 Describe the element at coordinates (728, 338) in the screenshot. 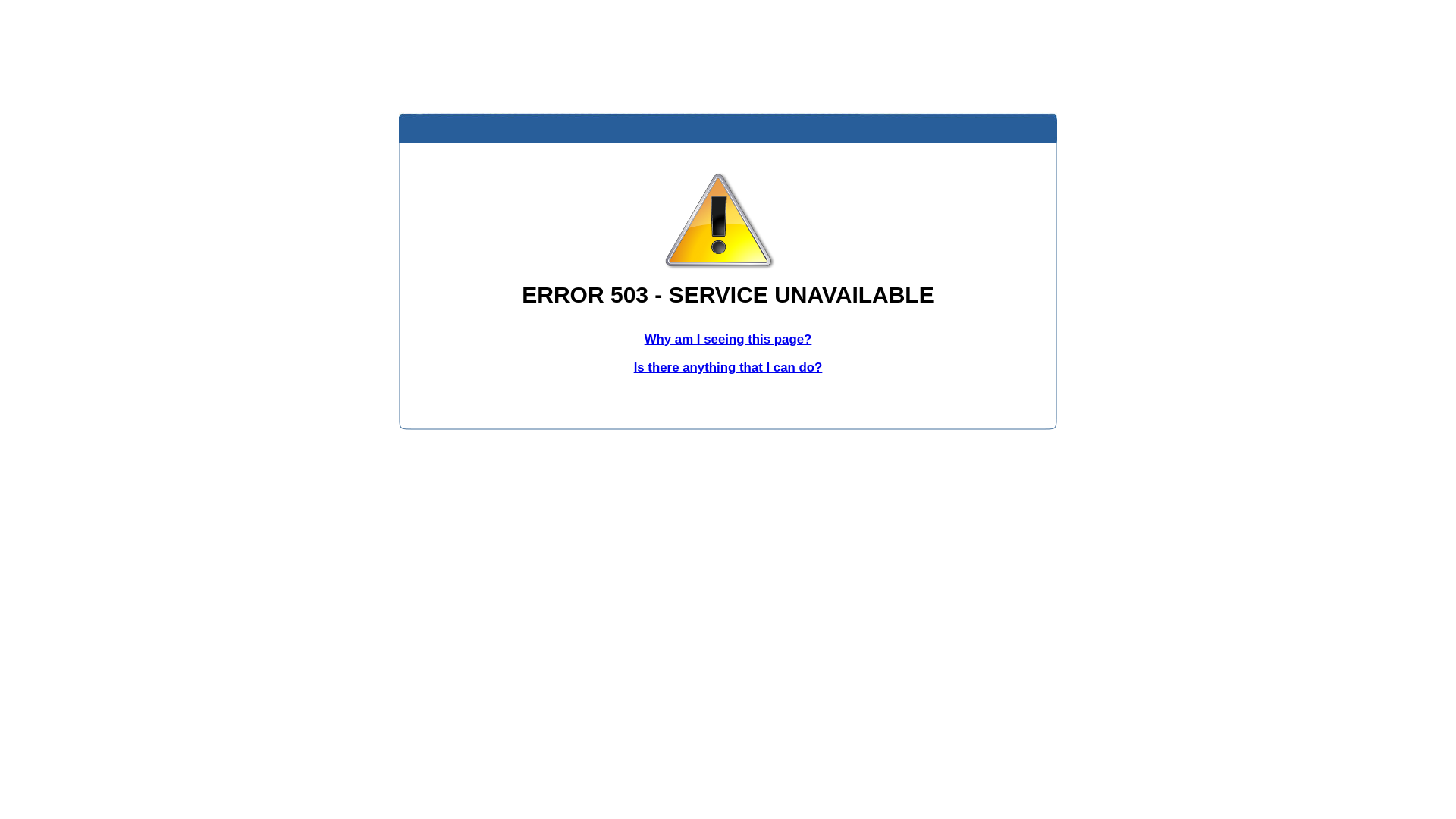

I see `'Why am I seeing this page?'` at that location.